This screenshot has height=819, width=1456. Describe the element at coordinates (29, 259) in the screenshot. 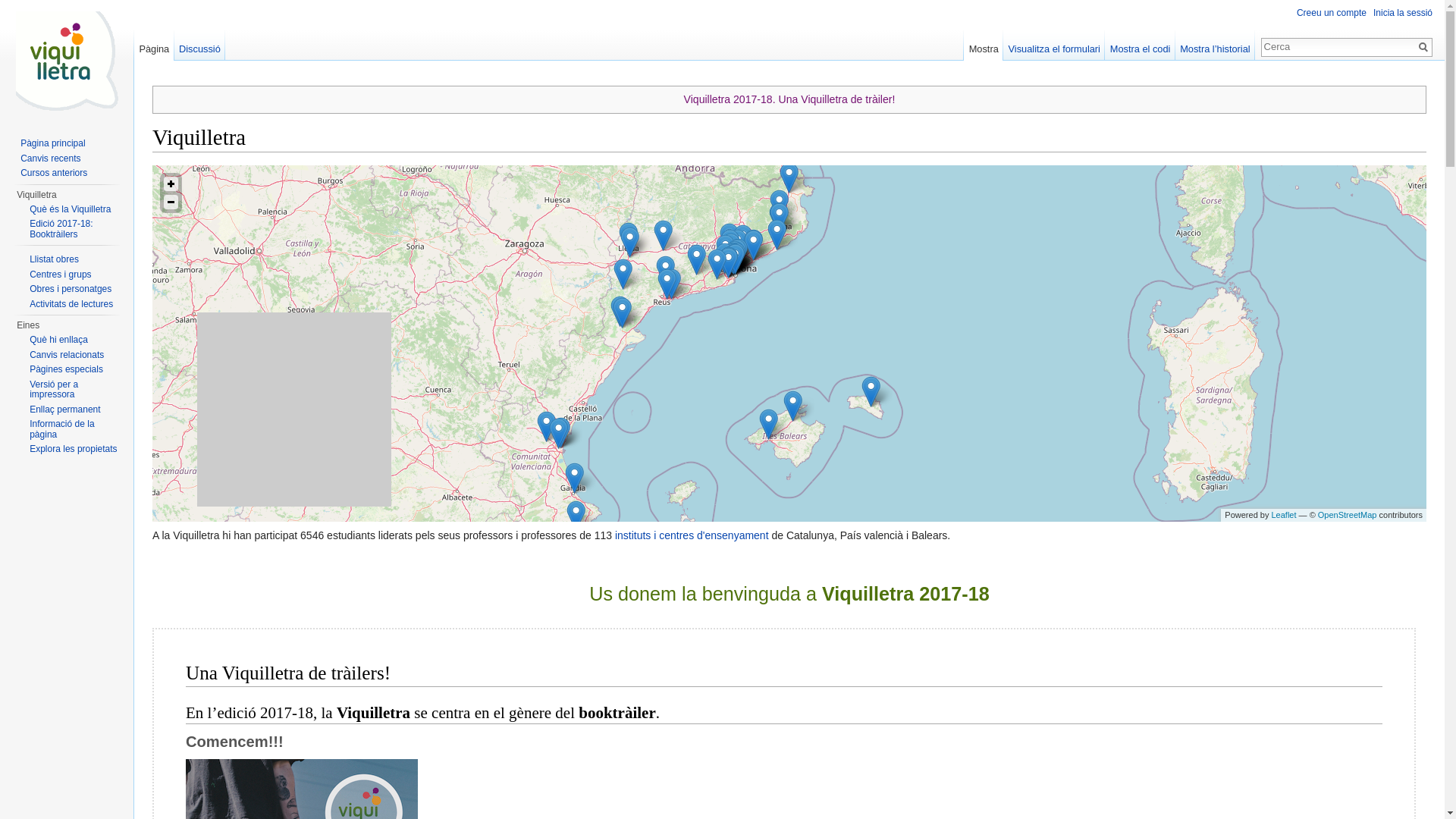

I see `'Llistat obres'` at that location.